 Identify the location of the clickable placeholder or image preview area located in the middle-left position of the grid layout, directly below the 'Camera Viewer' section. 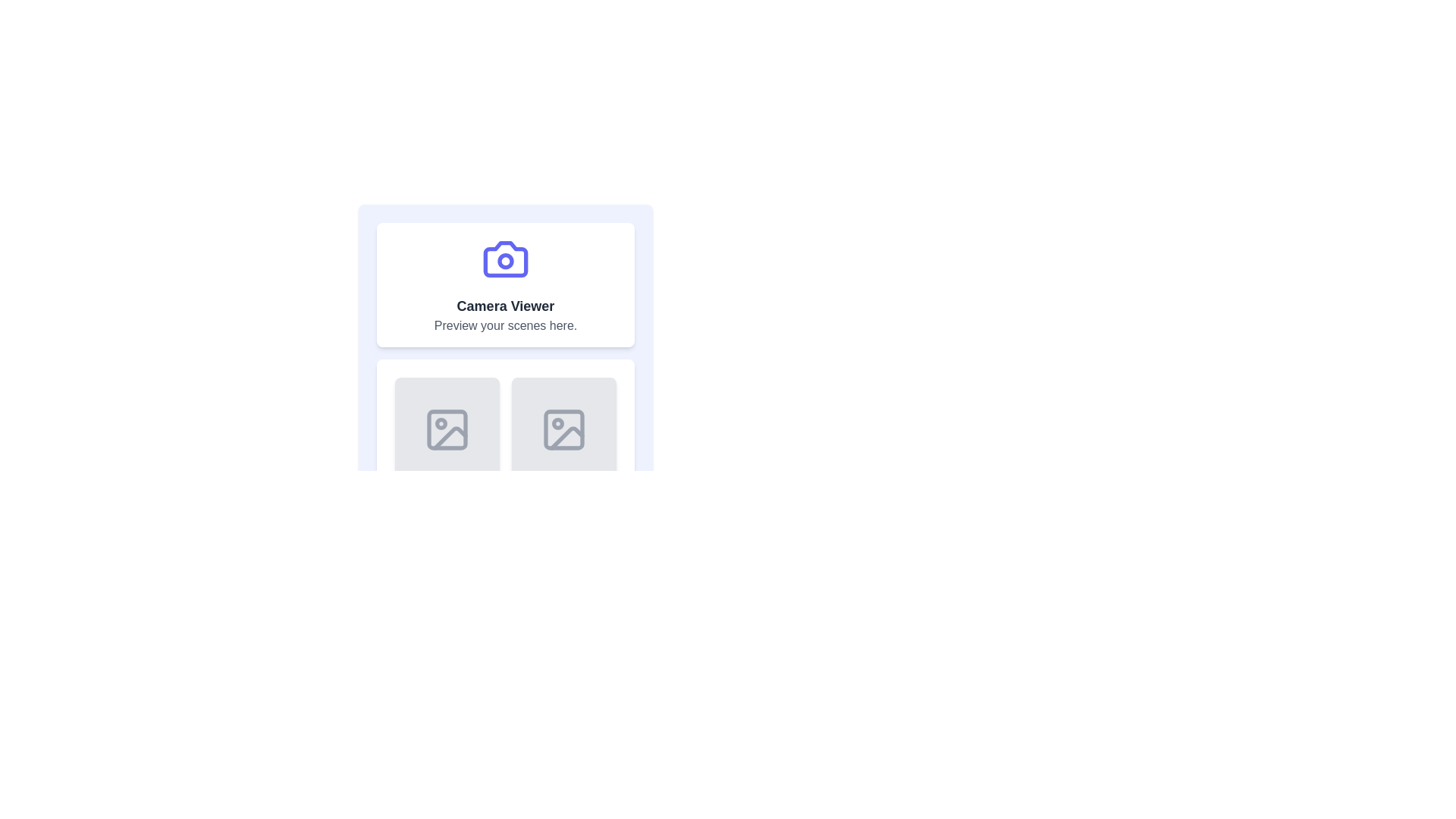
(447, 430).